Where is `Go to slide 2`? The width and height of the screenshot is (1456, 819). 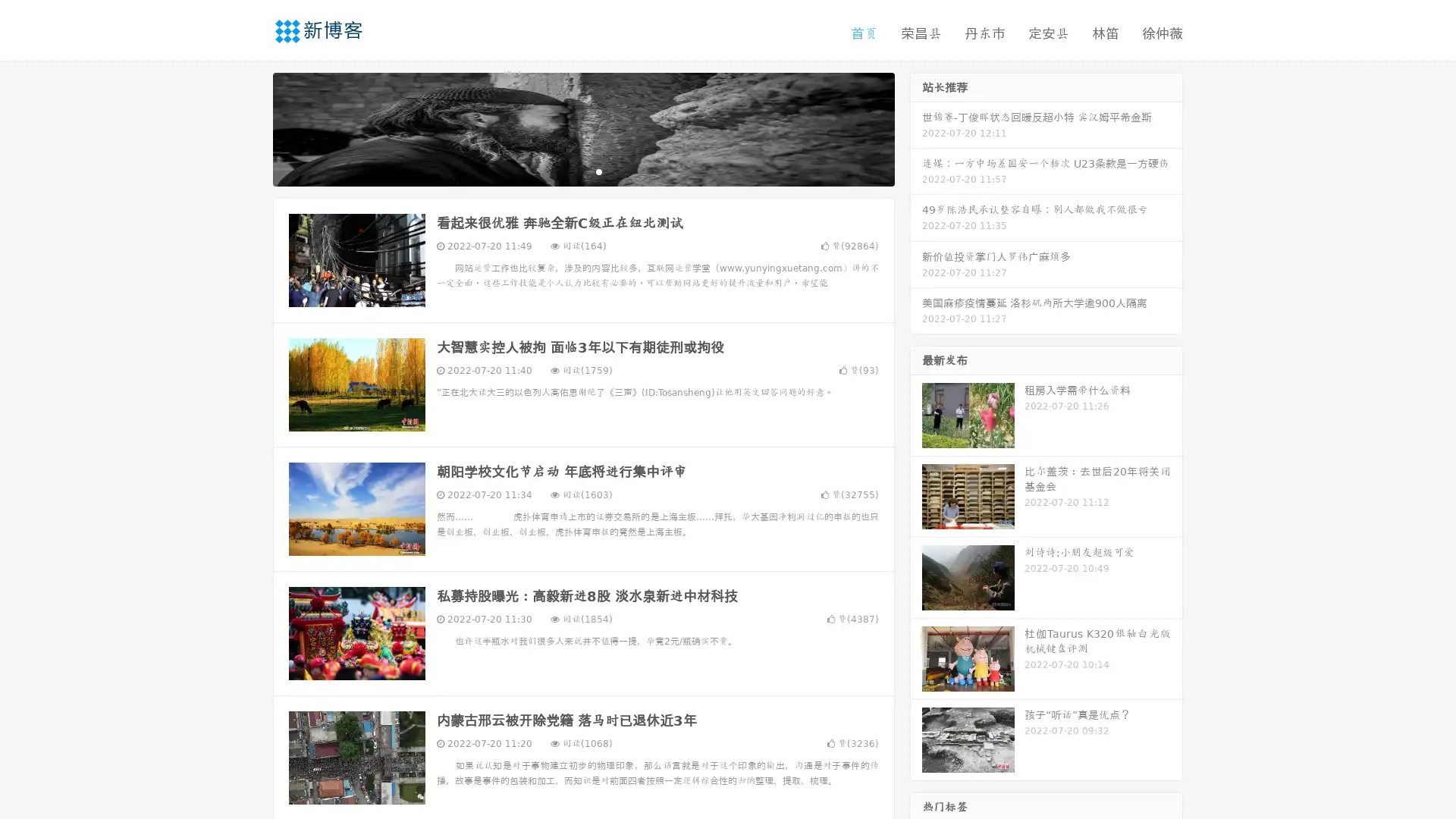 Go to slide 2 is located at coordinates (582, 171).